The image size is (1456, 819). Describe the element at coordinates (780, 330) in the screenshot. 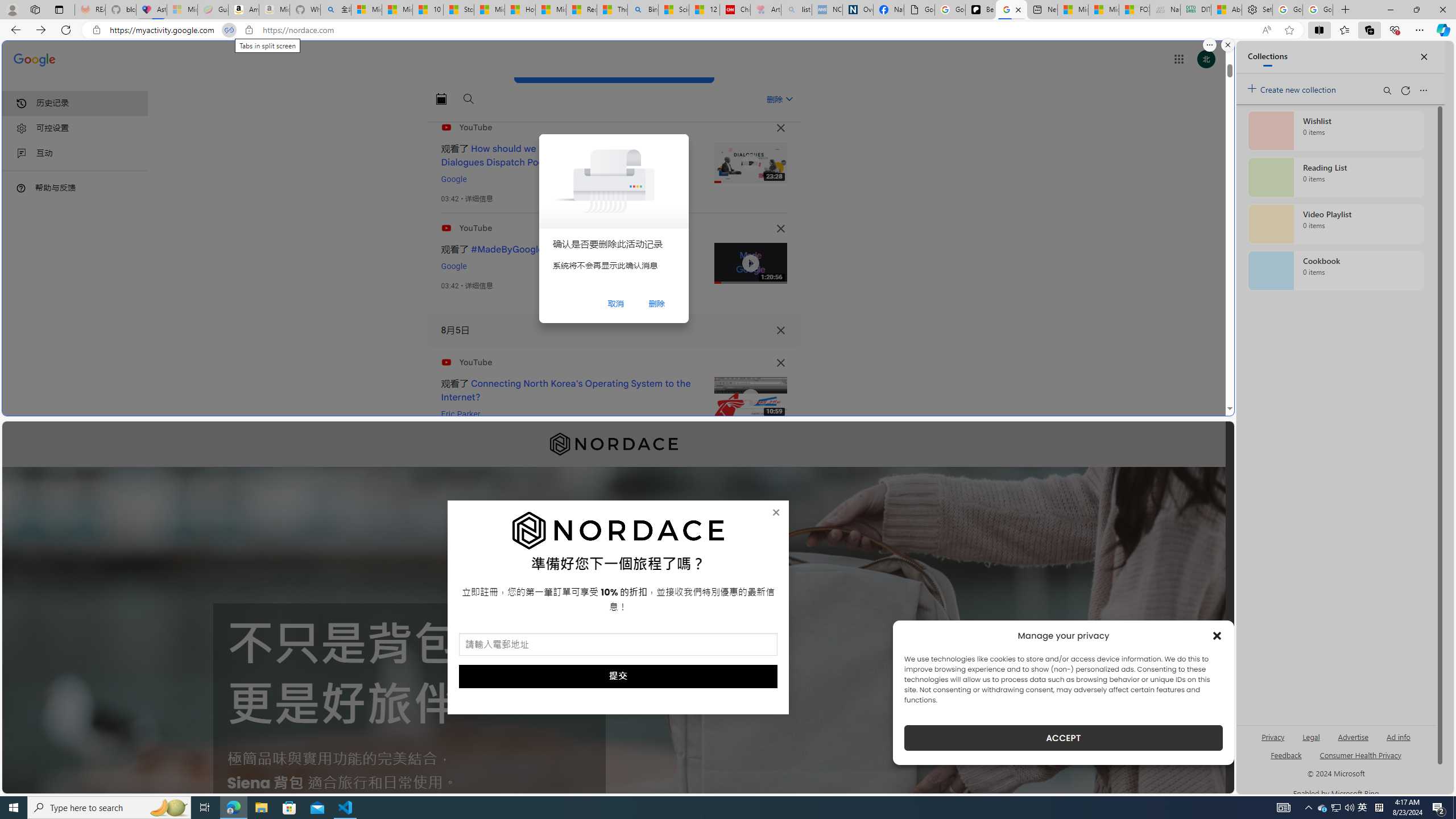

I see `'Class: DI7Mnf NMm5M'` at that location.